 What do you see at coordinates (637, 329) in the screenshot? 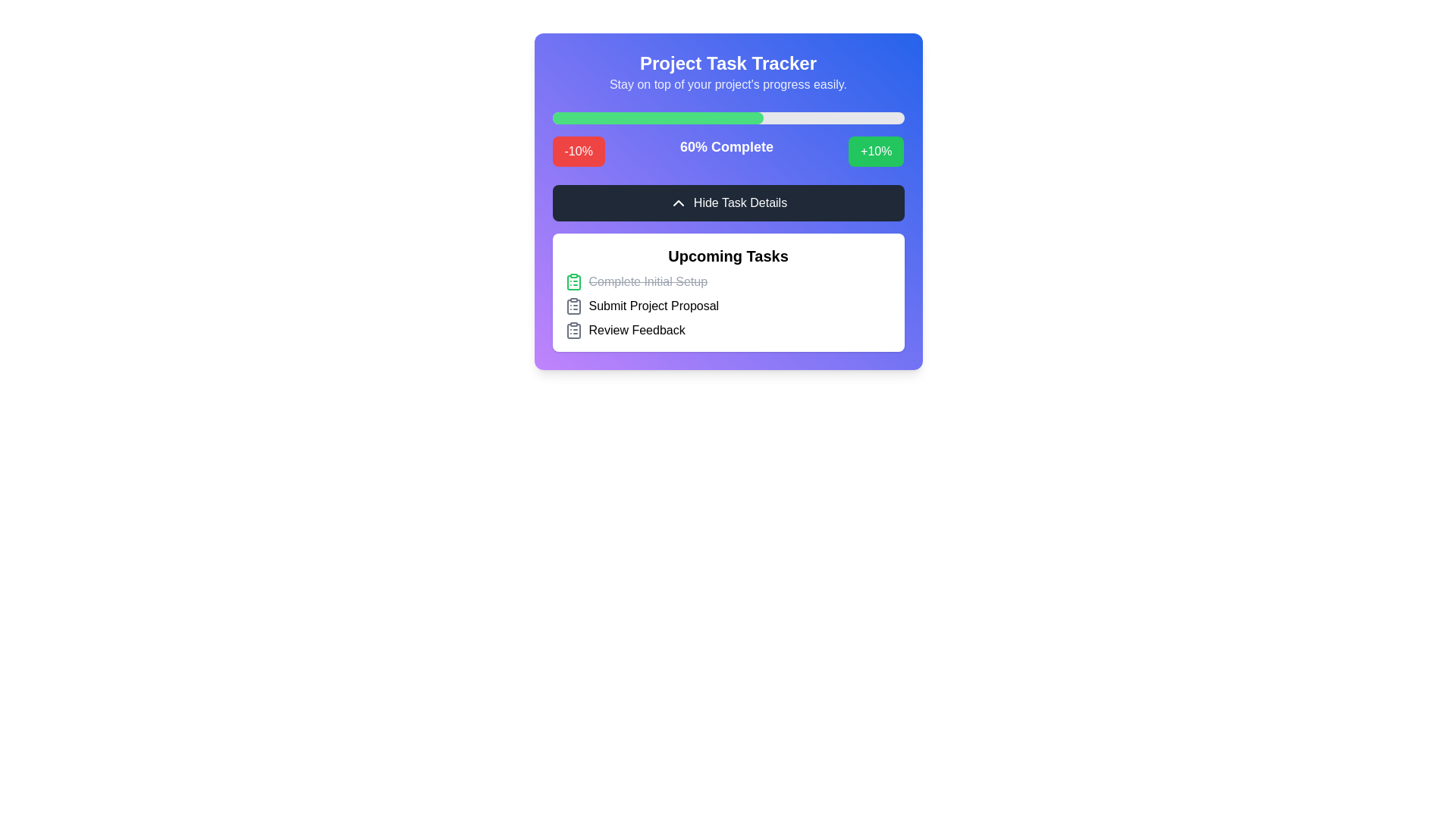
I see `the text element 'Review Feedback' in the 'Upcoming Tasks' section, which is the third list item after 'Submit Project Proposal'` at bounding box center [637, 329].